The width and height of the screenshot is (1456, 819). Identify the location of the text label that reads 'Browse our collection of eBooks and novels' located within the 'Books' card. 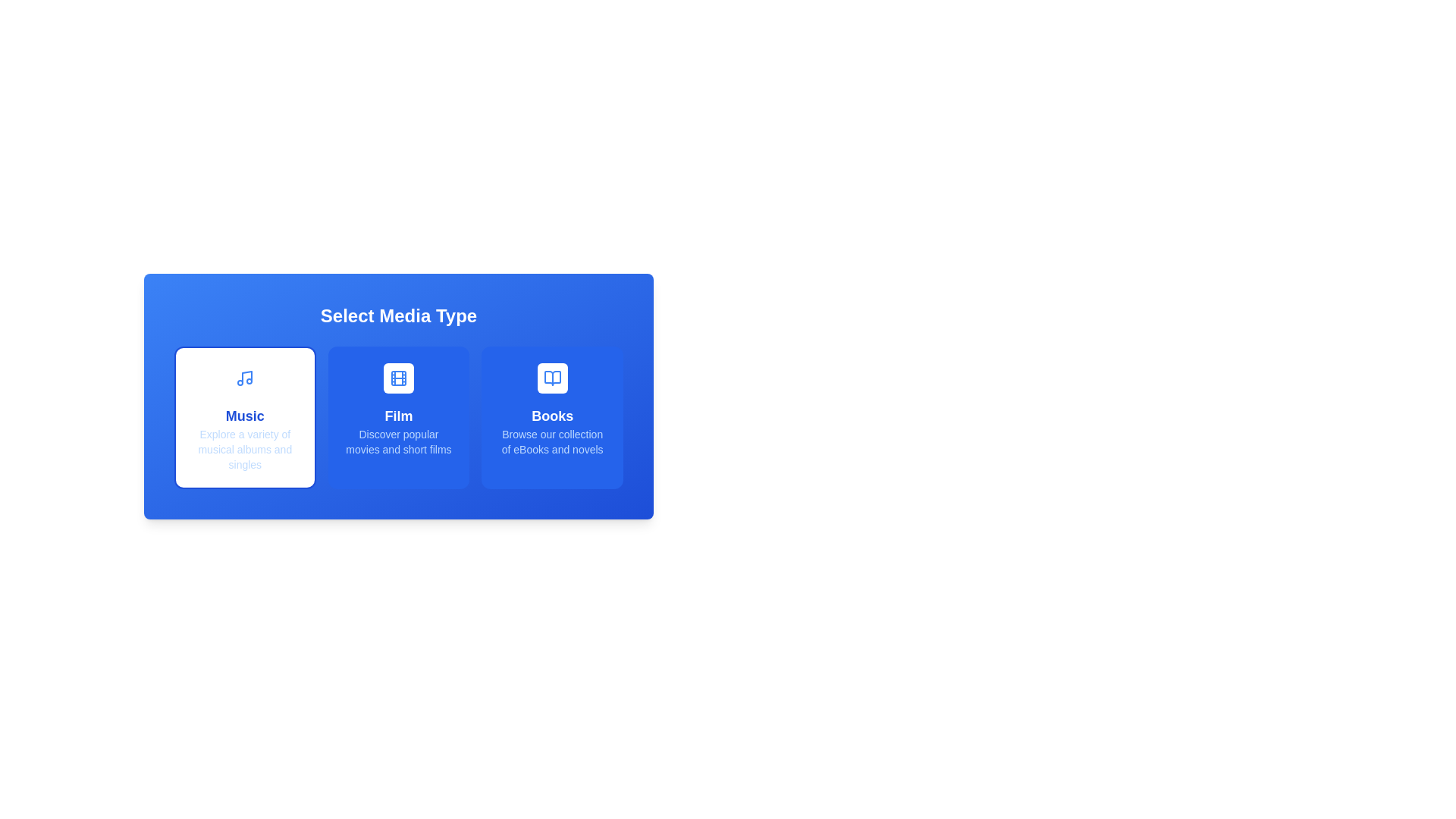
(551, 441).